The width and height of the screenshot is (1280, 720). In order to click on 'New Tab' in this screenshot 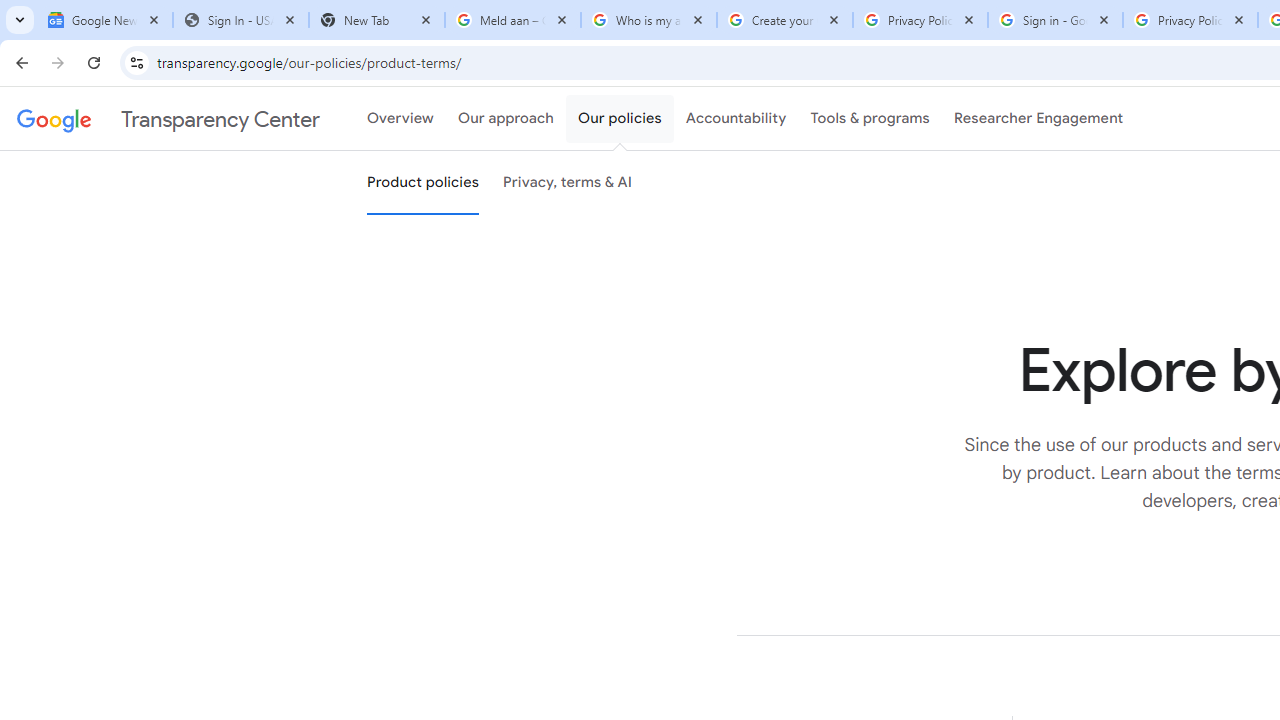, I will do `click(376, 20)`.